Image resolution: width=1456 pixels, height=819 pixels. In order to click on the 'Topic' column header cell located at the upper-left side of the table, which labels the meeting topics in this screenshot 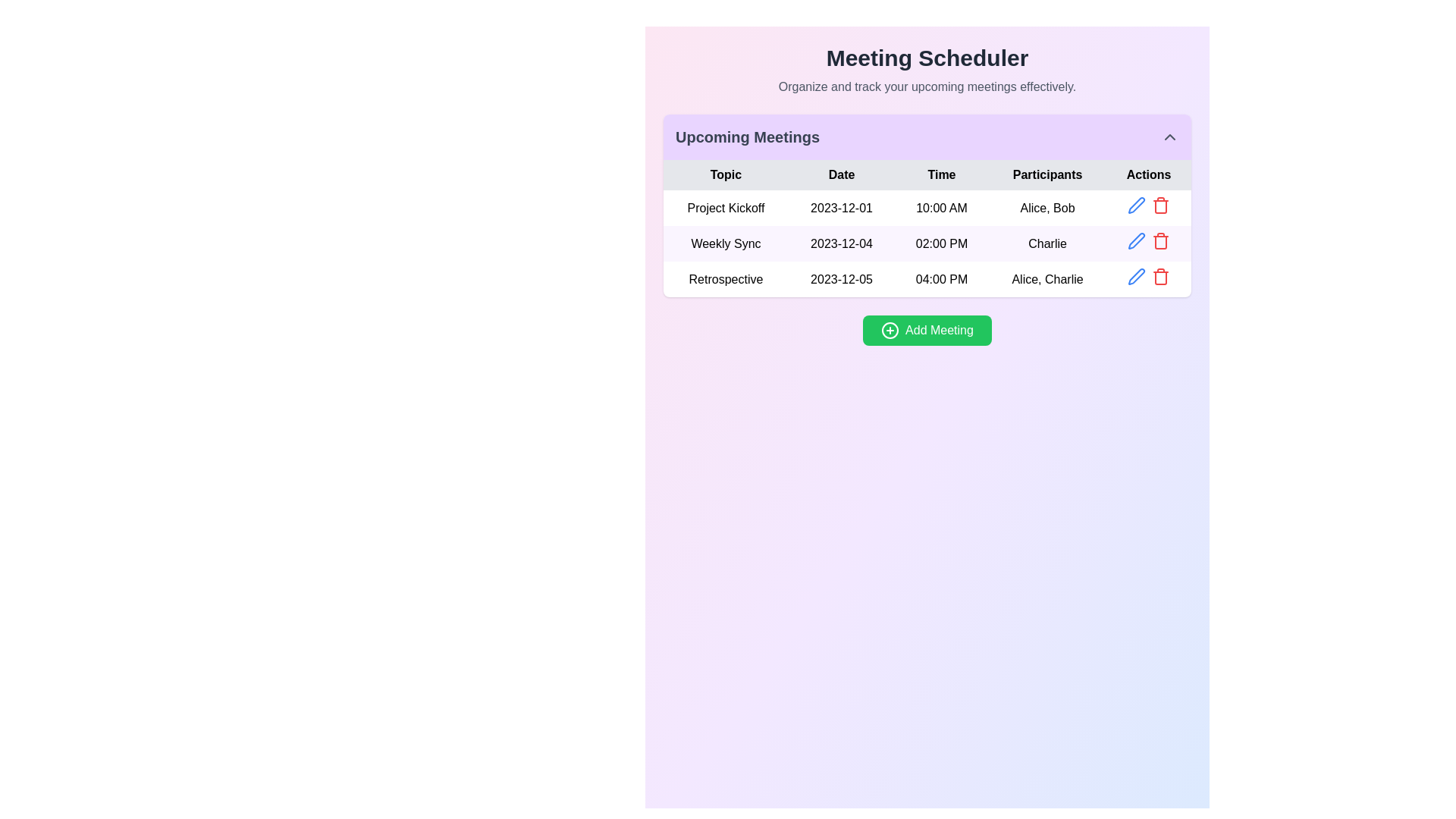, I will do `click(725, 174)`.